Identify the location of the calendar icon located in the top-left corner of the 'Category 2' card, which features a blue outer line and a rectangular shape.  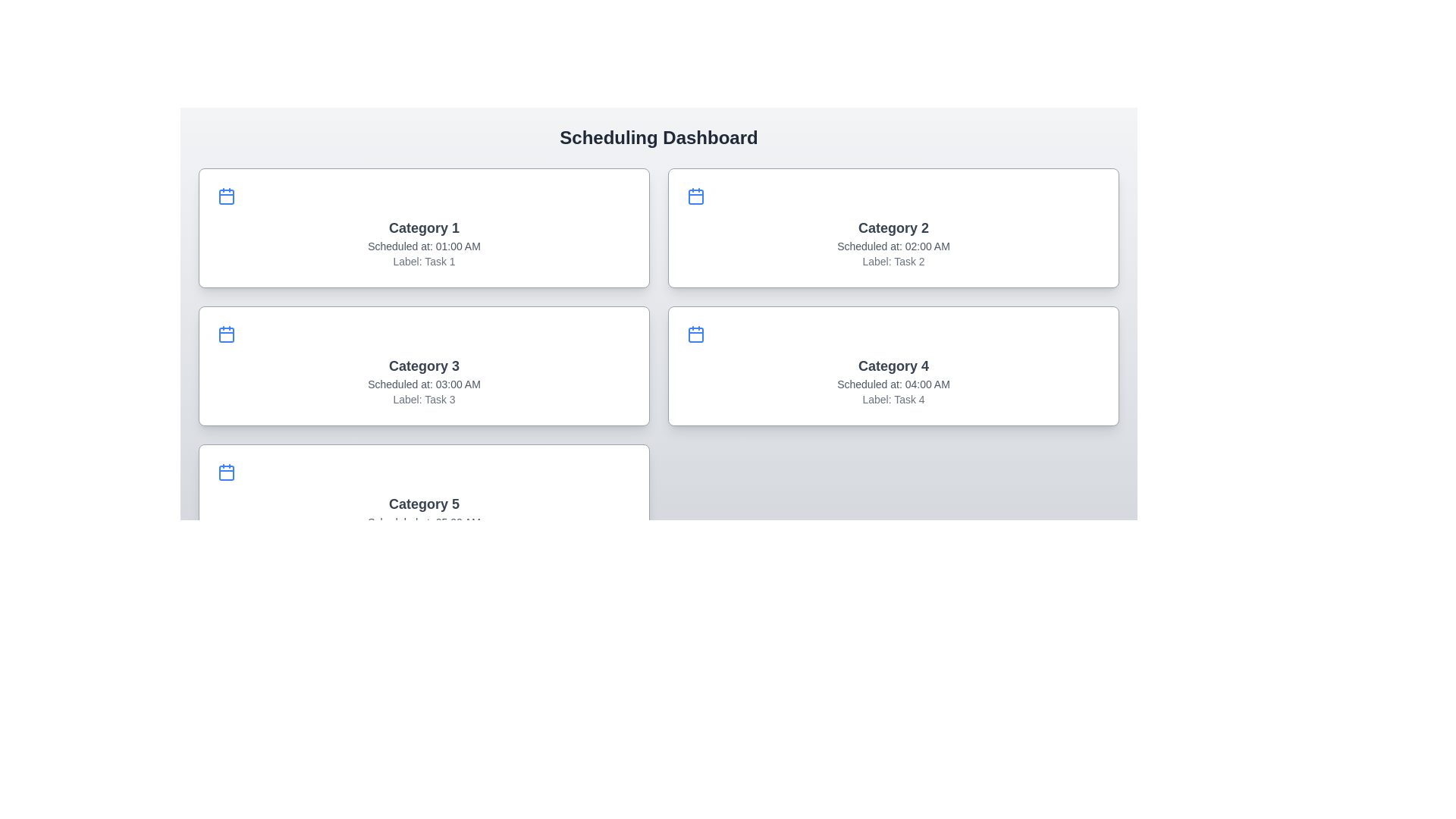
(695, 195).